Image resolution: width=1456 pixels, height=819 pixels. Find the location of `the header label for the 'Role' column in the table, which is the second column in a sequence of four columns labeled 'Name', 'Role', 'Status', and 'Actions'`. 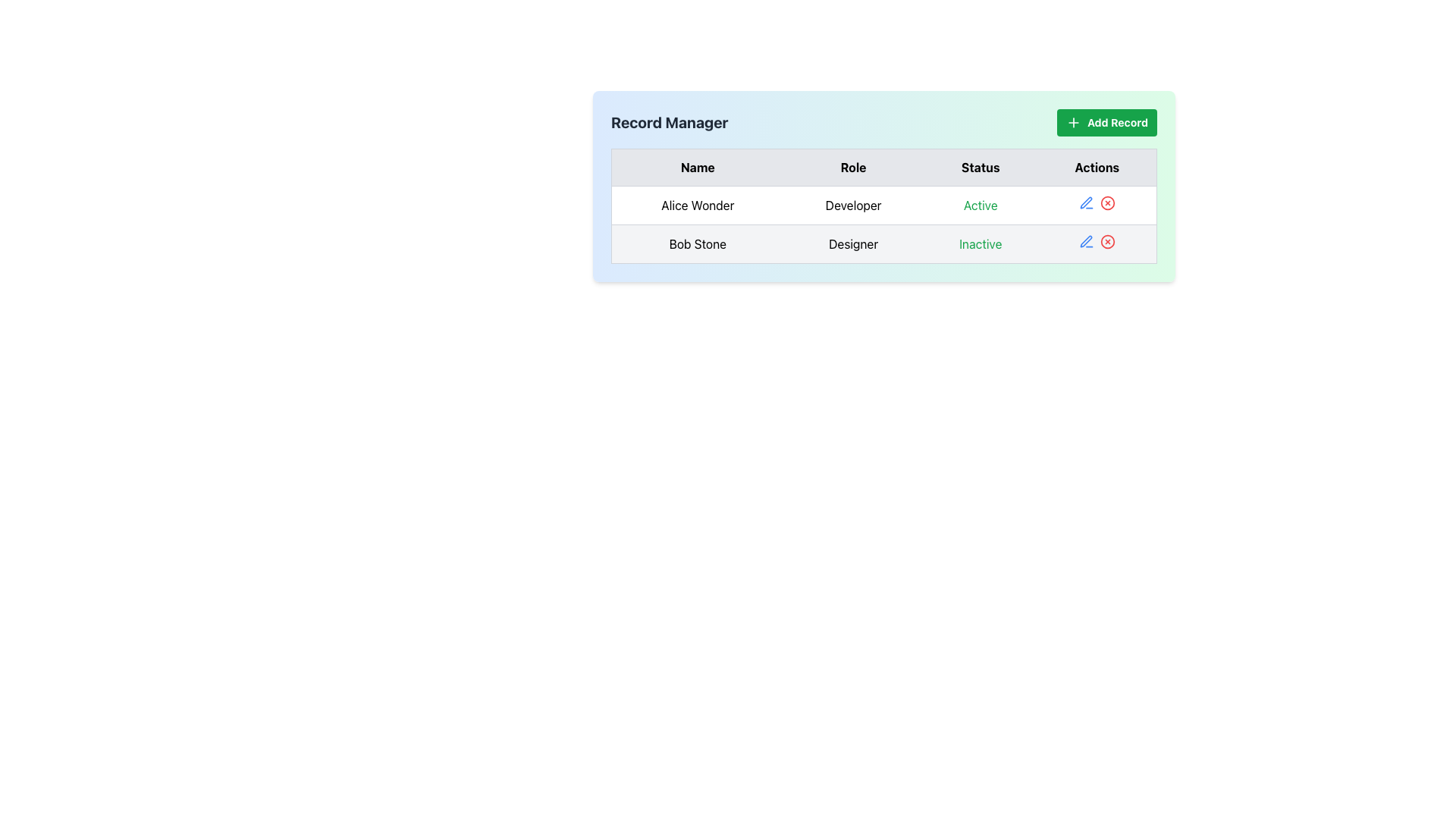

the header label for the 'Role' column in the table, which is the second column in a sequence of four columns labeled 'Name', 'Role', 'Status', and 'Actions' is located at coordinates (853, 167).